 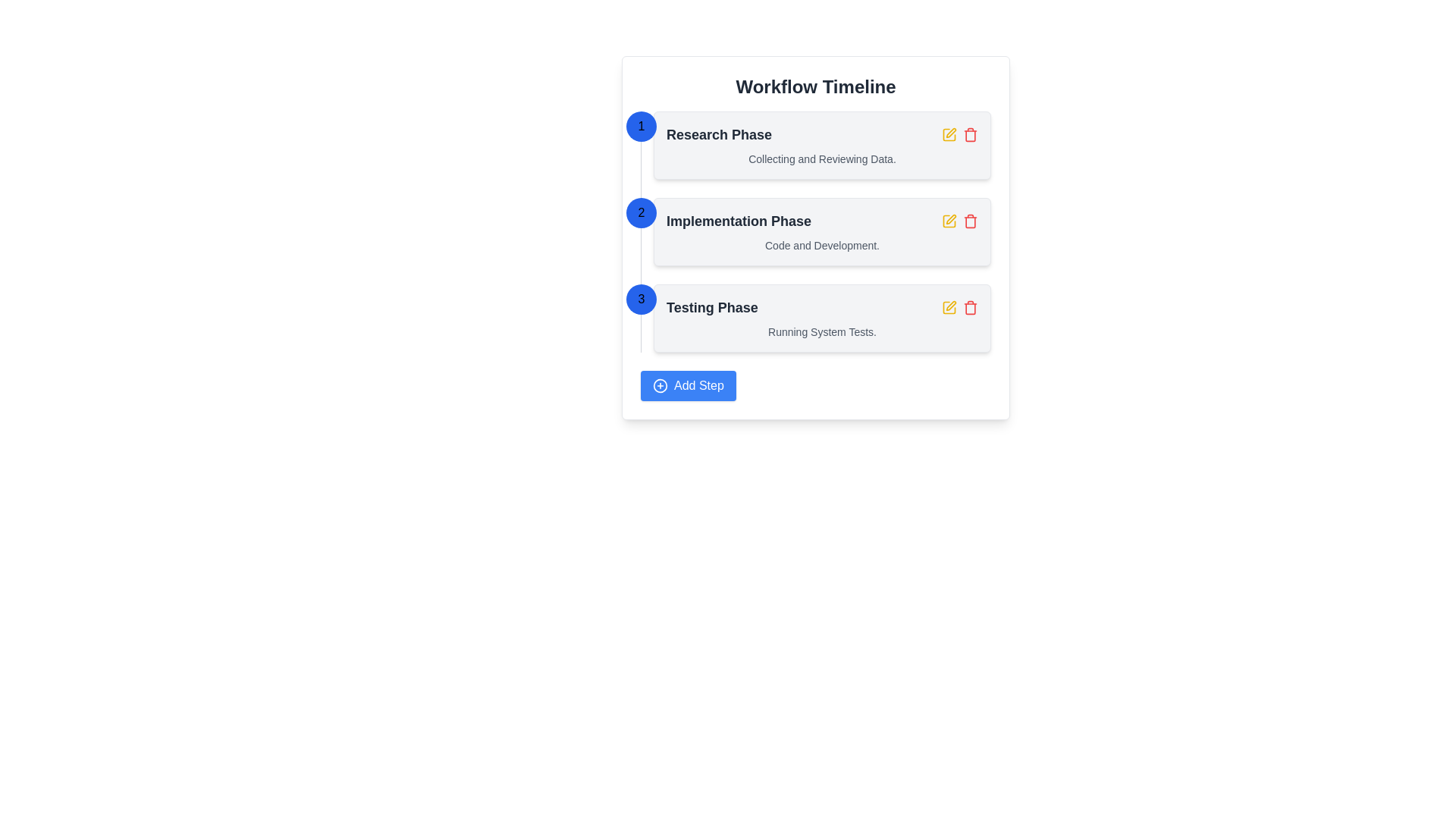 What do you see at coordinates (821, 146) in the screenshot?
I see `title 'Research Phase' and the description 'Collecting and Reviewing Data.' from the Information Card with a white background and light gray border located at the top of the vertical workflow timeline` at bounding box center [821, 146].